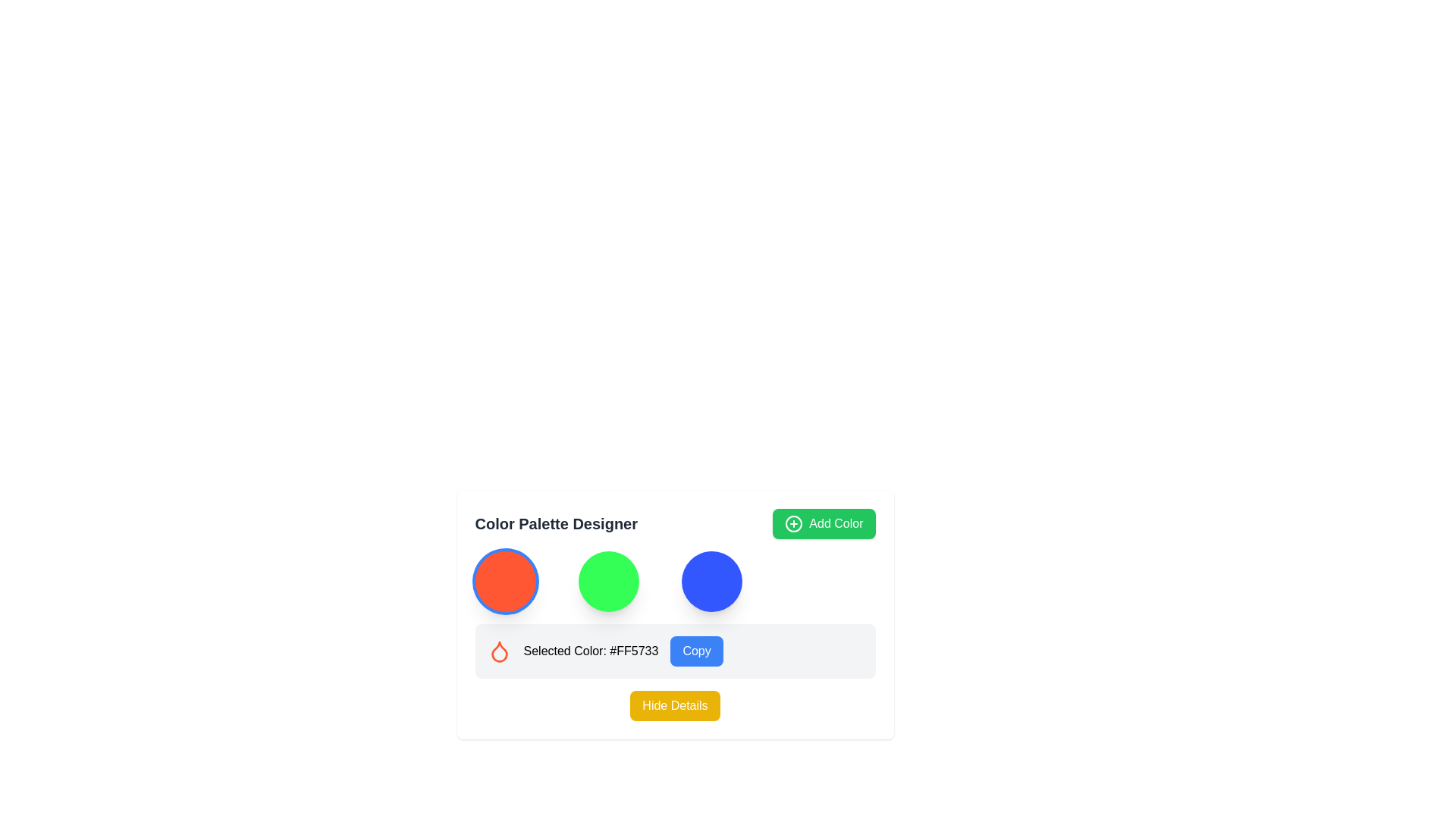 This screenshot has width=1456, height=819. Describe the element at coordinates (499, 651) in the screenshot. I see `the droplet icon representing the selected color '#FF5733' located to the left of the text 'Selected Color: #FF5733'` at that location.